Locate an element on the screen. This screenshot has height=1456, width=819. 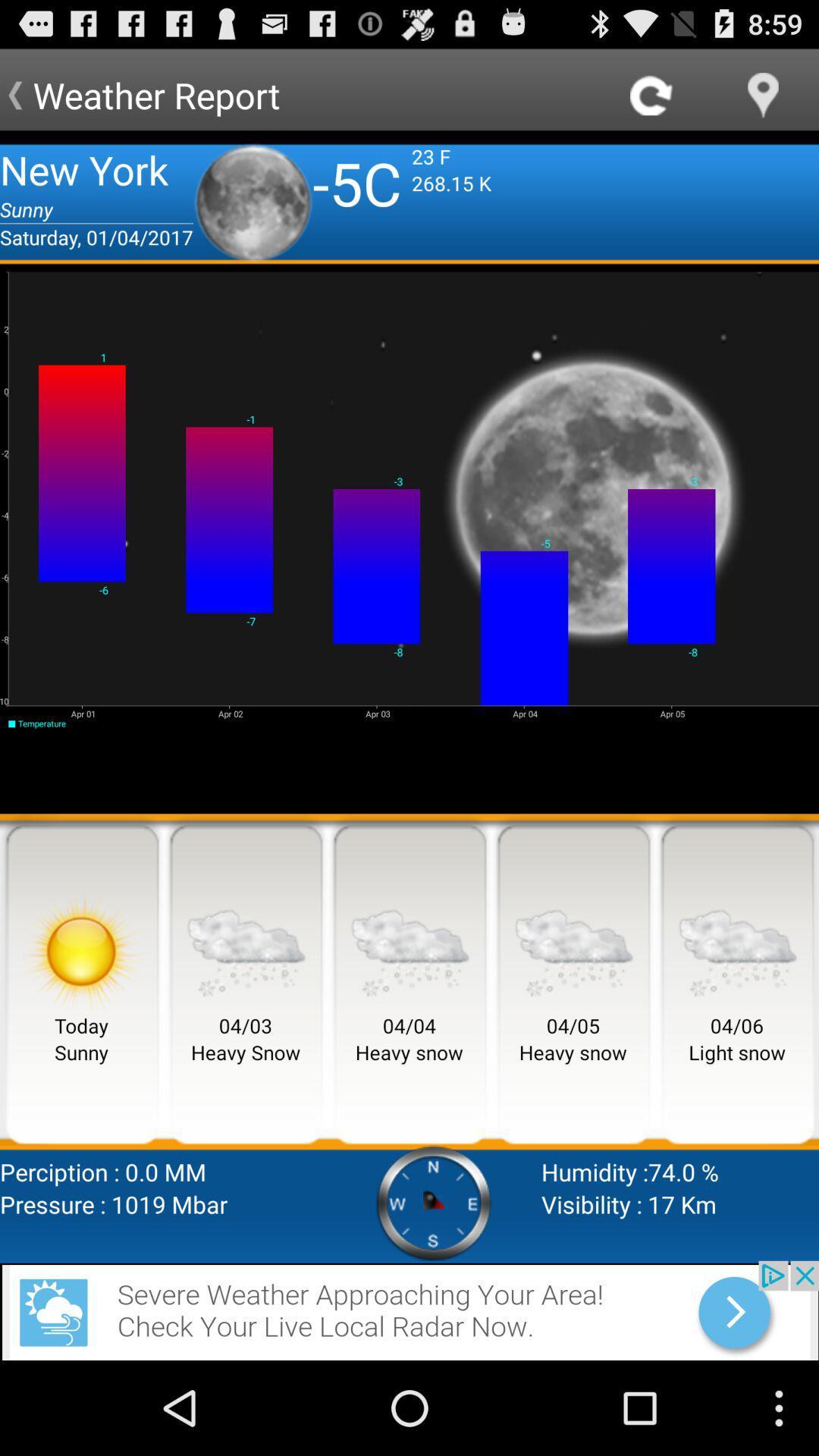
live radar here is located at coordinates (409, 1310).